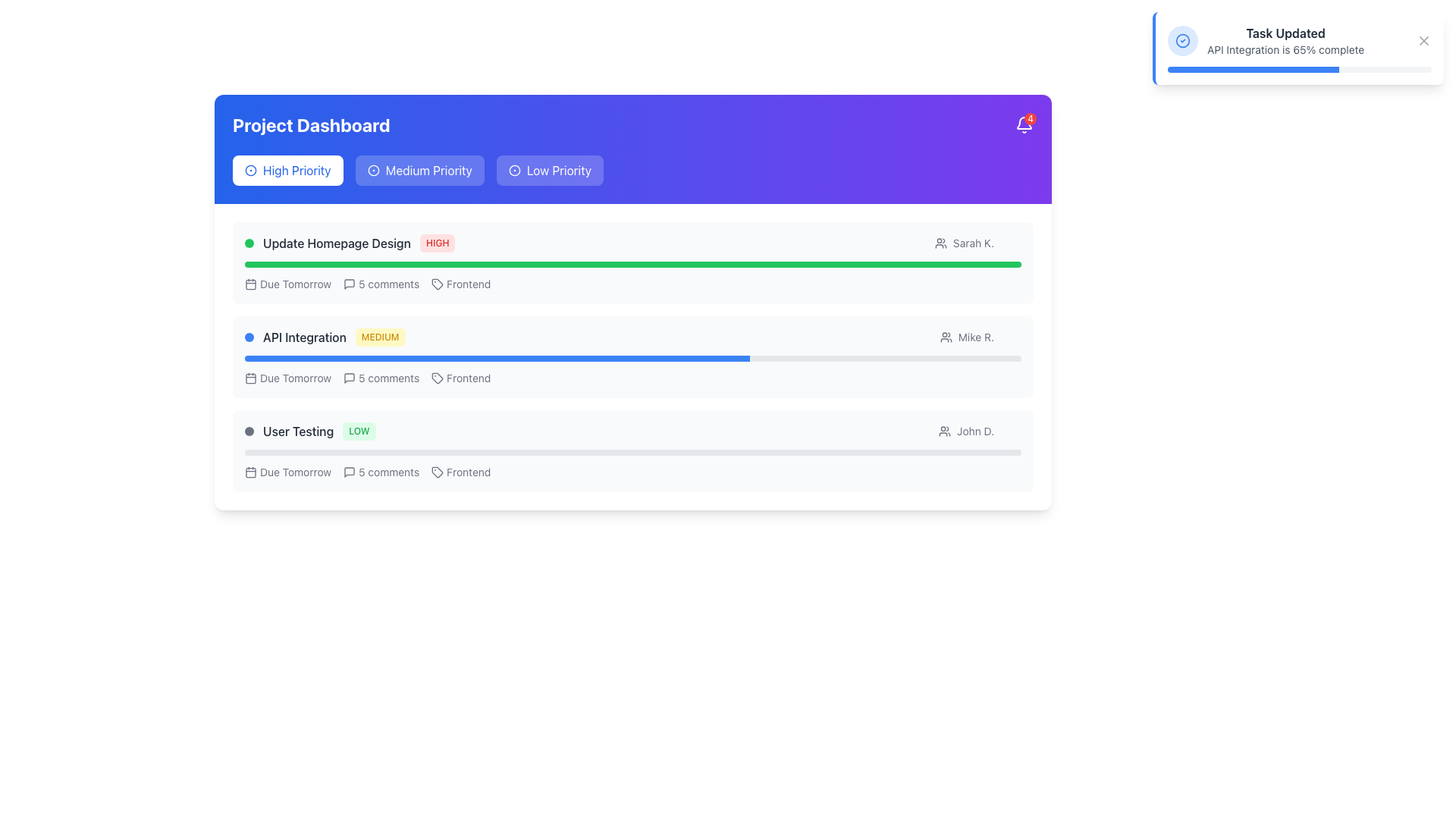 This screenshot has width=1456, height=819. Describe the element at coordinates (497, 359) in the screenshot. I see `the blue filled progress bar segment indicating 65% progress, located under the 'API Integration' task section` at that location.